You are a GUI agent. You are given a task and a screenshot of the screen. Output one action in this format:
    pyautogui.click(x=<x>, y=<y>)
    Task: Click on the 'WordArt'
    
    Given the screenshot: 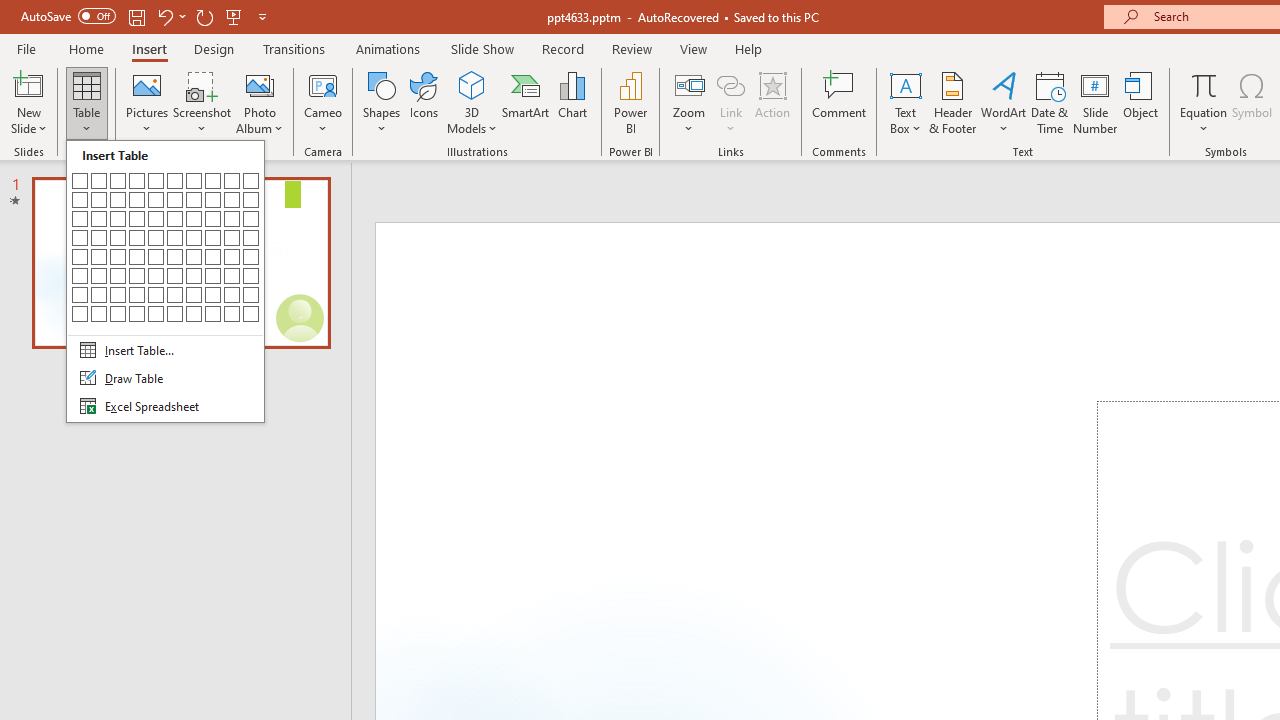 What is the action you would take?
    pyautogui.click(x=1004, y=103)
    